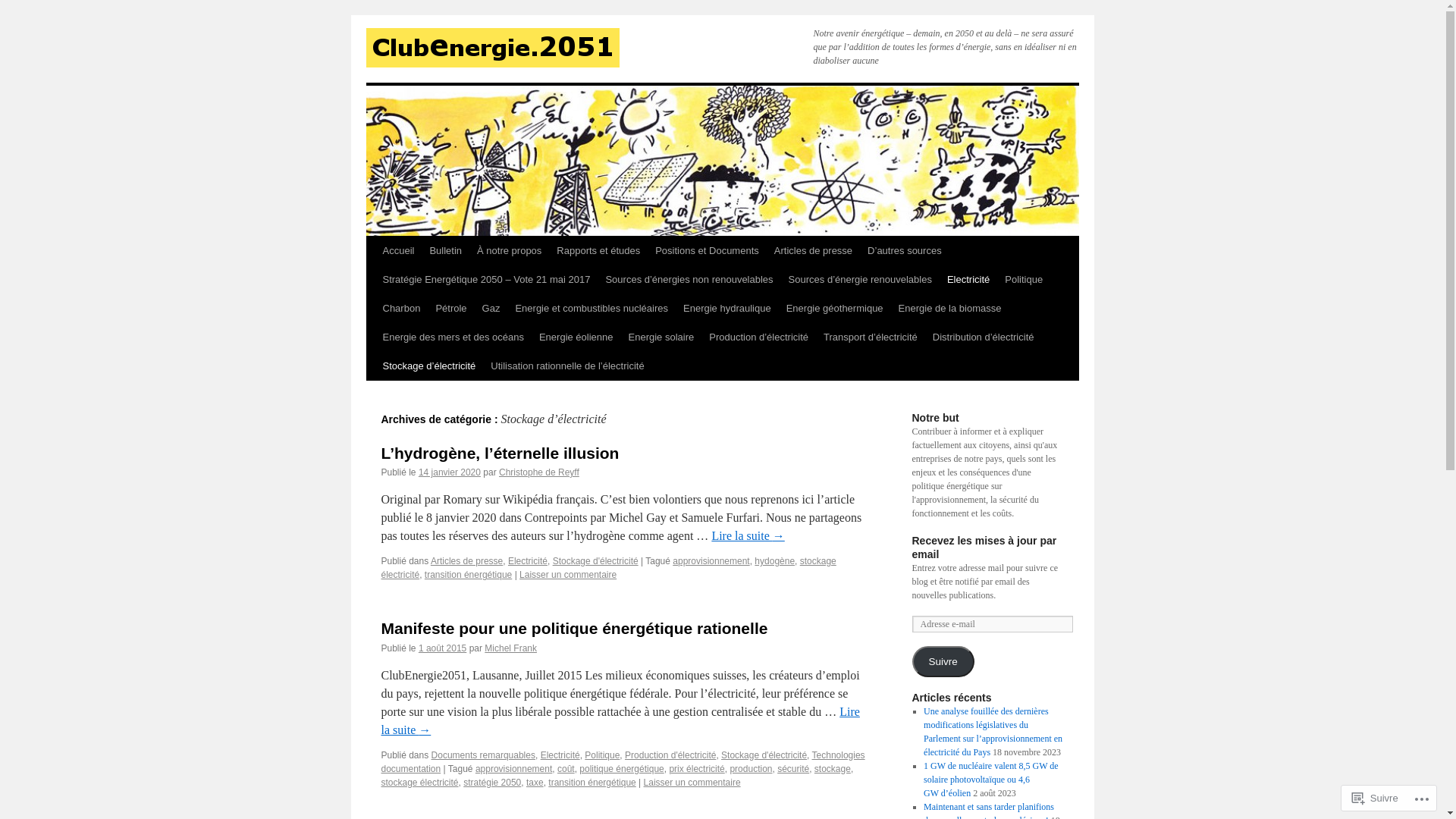 This screenshot has height=819, width=1456. Describe the element at coordinates (706, 250) in the screenshot. I see `'Positions et Documents'` at that location.